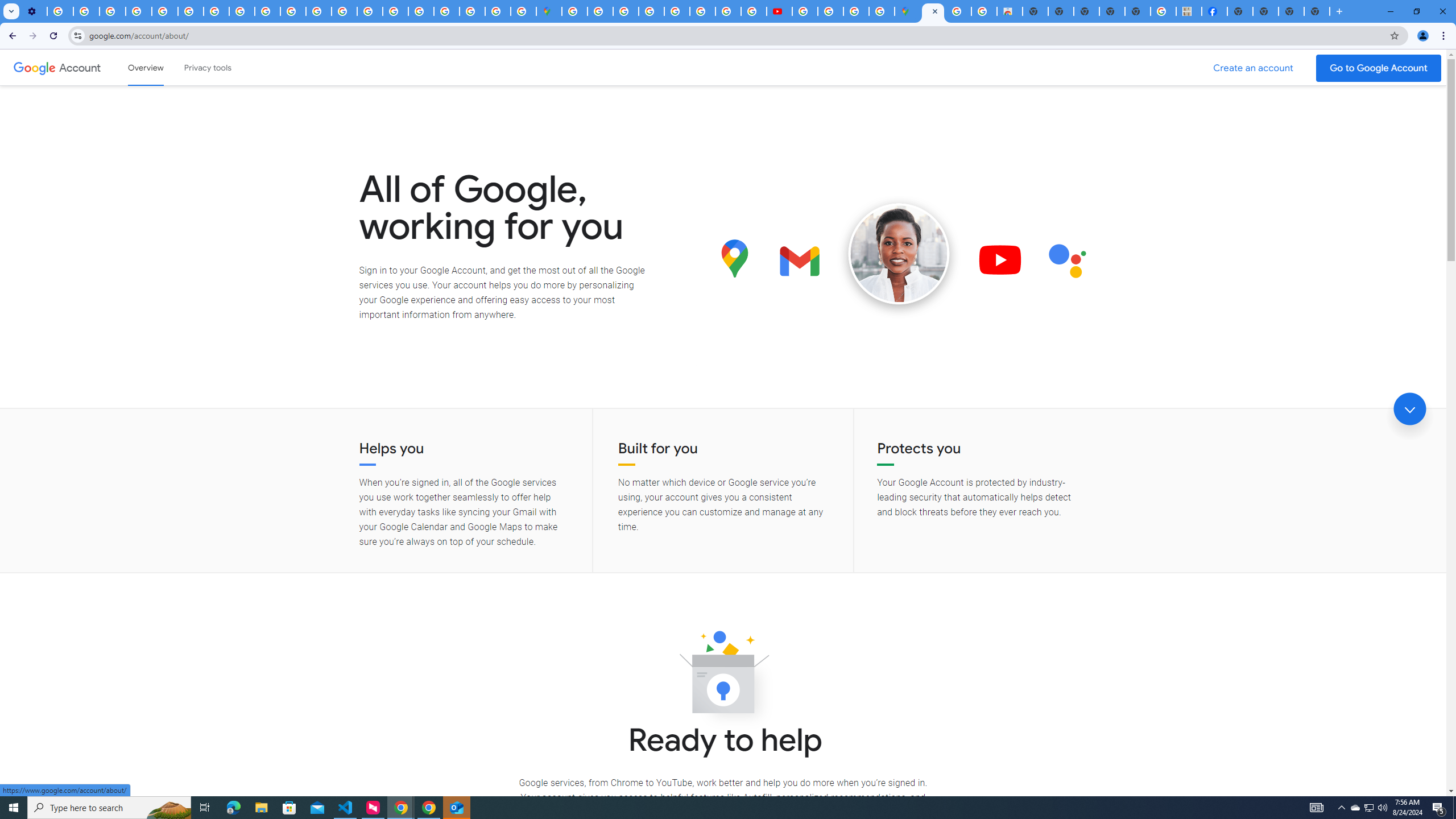 Image resolution: width=1456 pixels, height=819 pixels. What do you see at coordinates (1389, 11) in the screenshot?
I see `'Minimize'` at bounding box center [1389, 11].